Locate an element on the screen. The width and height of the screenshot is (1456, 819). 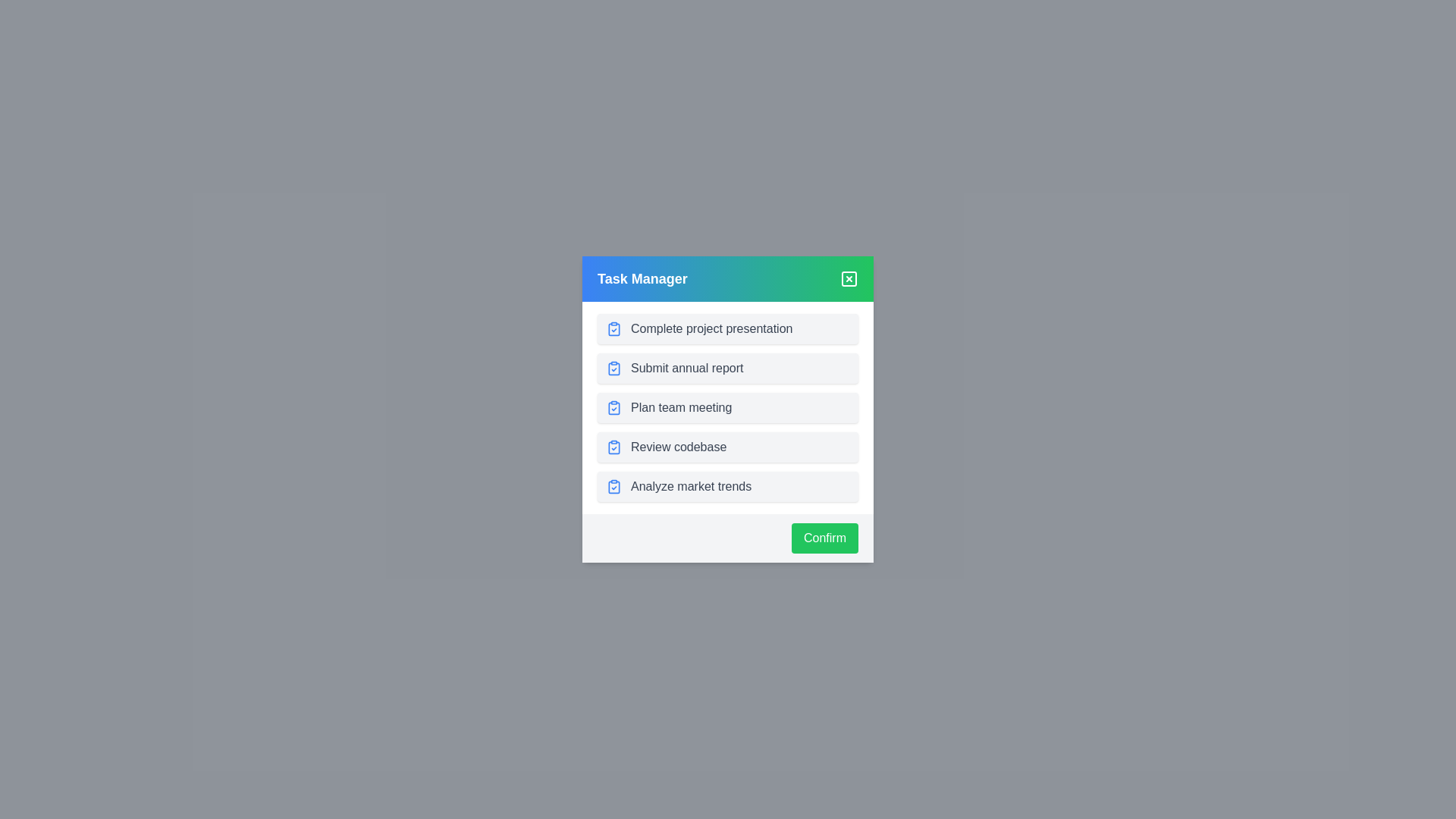
the selected task item in the list is located at coordinates (728, 328).